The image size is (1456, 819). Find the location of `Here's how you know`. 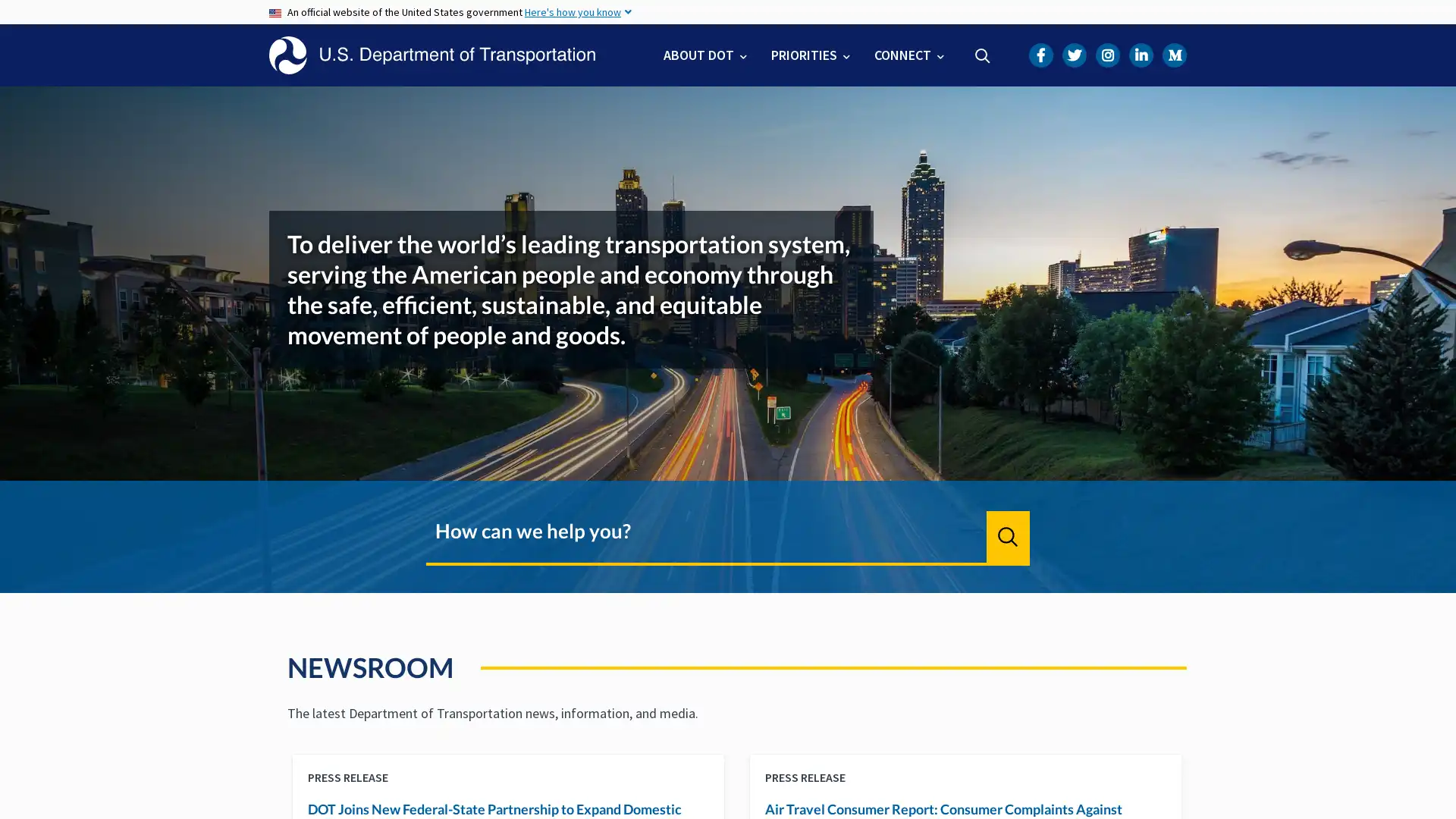

Here's how you know is located at coordinates (577, 12).